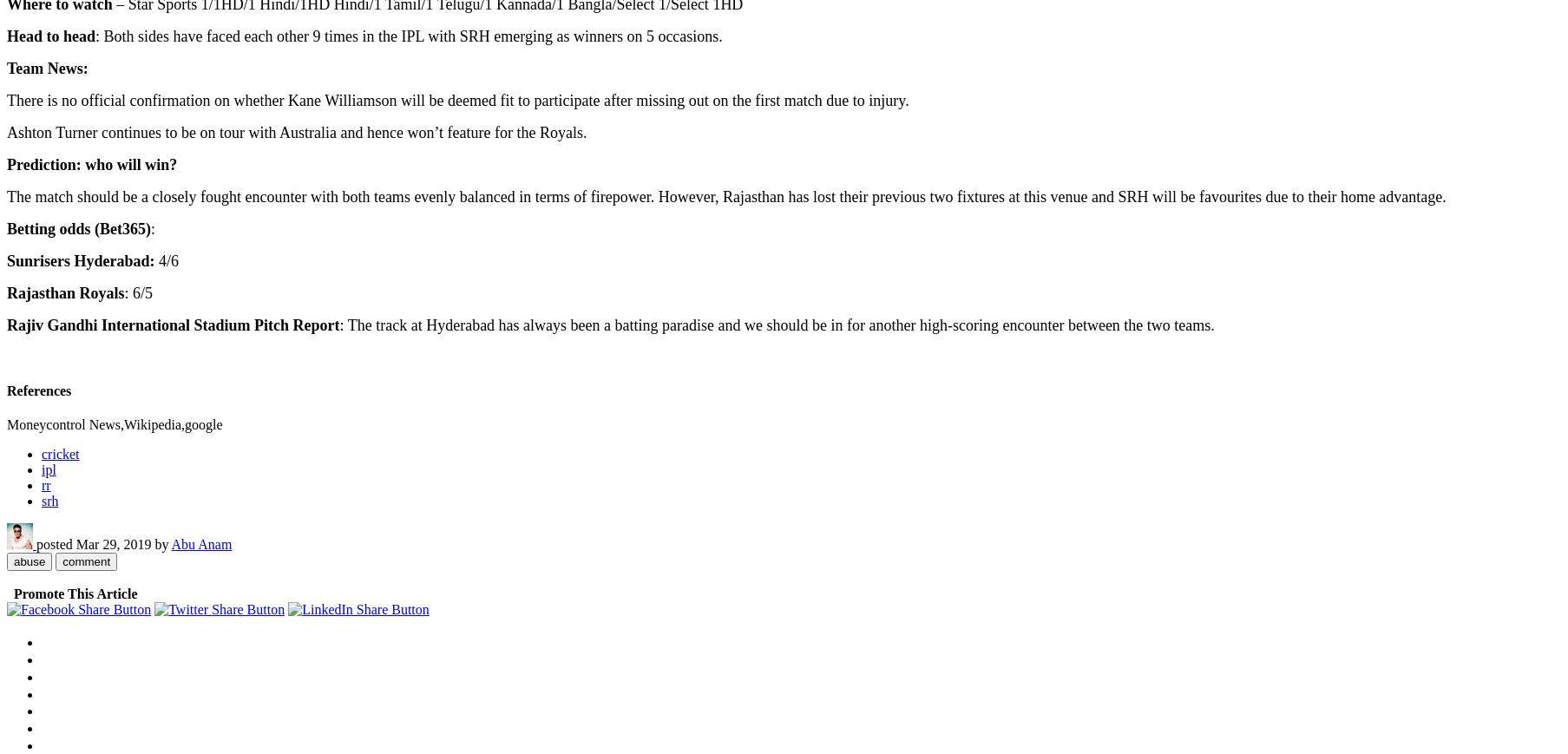  What do you see at coordinates (777, 324) in the screenshot?
I see `': The track at Hyderabad has always been a batting paradise and we should be in for another high-scoring encounter between the two teams.'` at bounding box center [777, 324].